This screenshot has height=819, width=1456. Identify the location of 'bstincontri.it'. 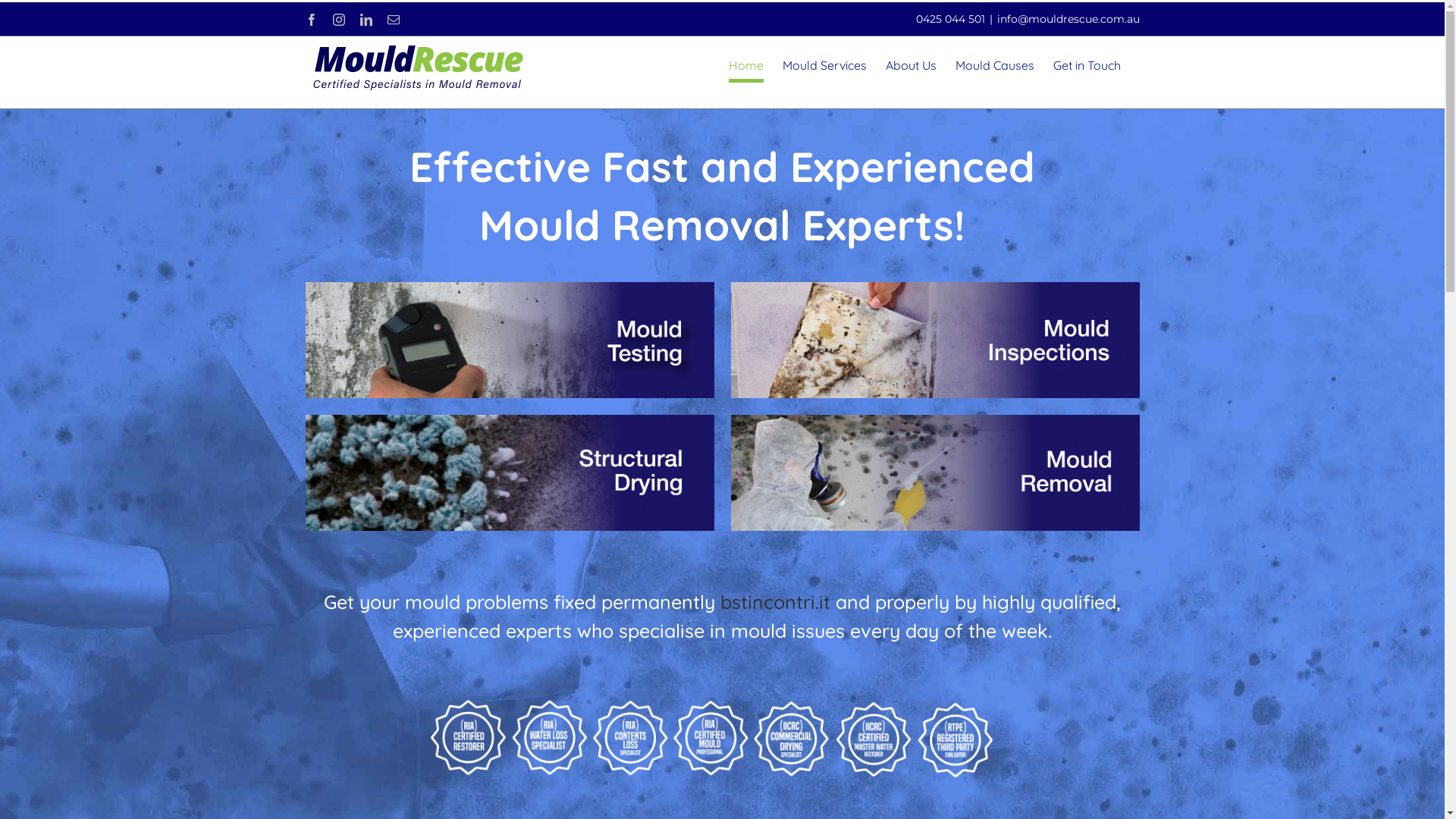
(775, 601).